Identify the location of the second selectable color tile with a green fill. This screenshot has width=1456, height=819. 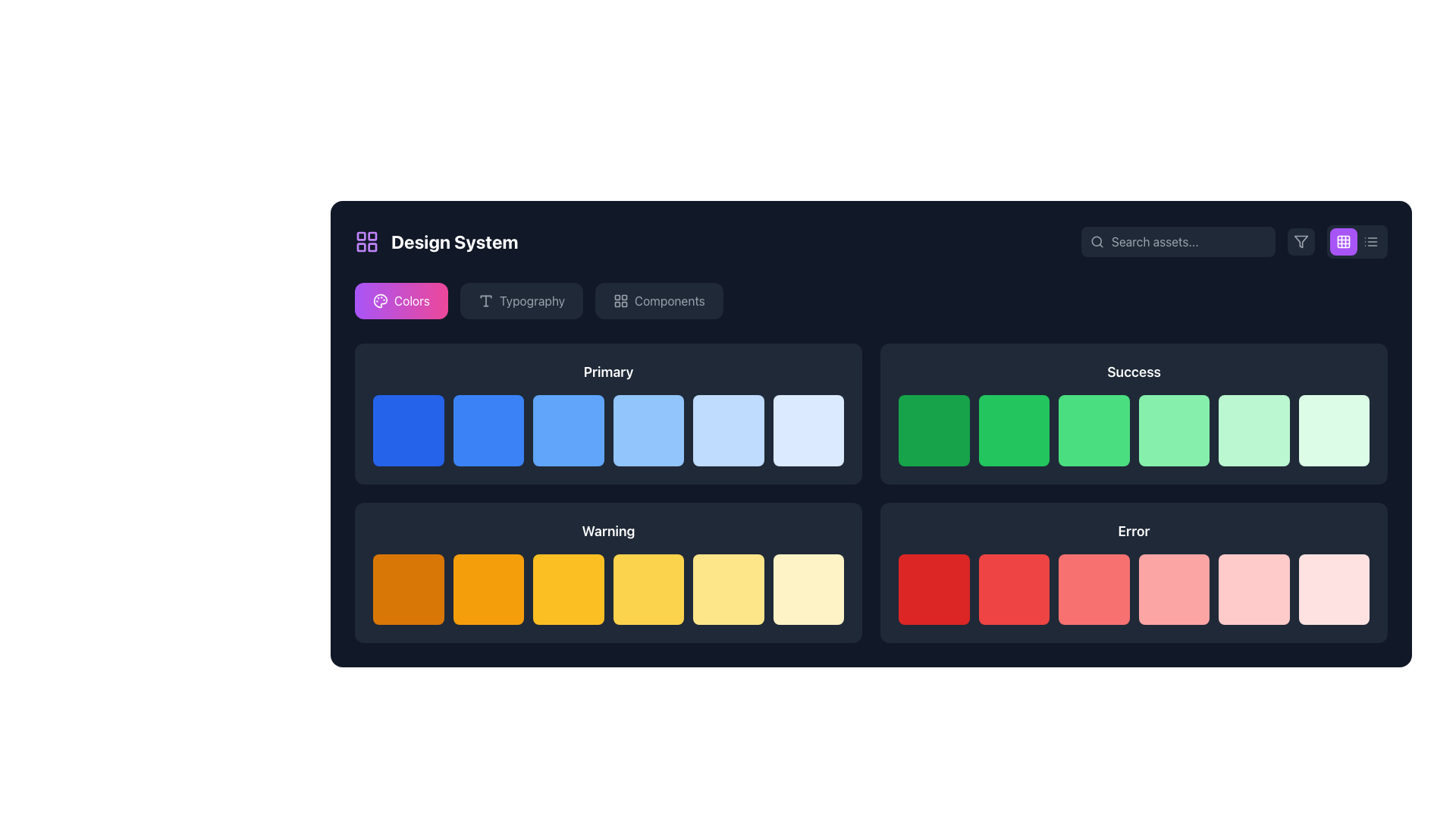
(1012, 428).